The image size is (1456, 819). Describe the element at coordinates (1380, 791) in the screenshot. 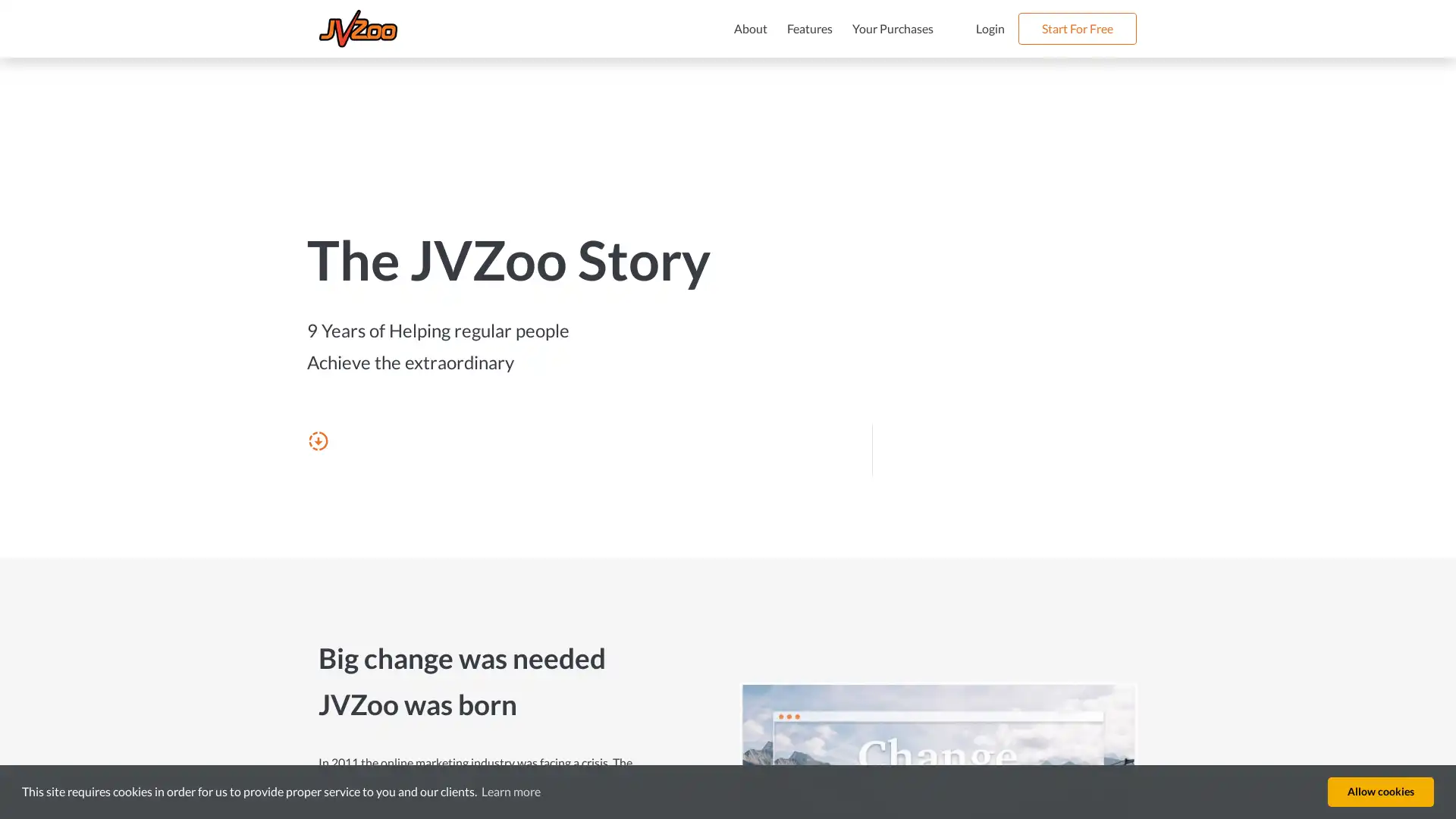

I see `allow cookies` at that location.